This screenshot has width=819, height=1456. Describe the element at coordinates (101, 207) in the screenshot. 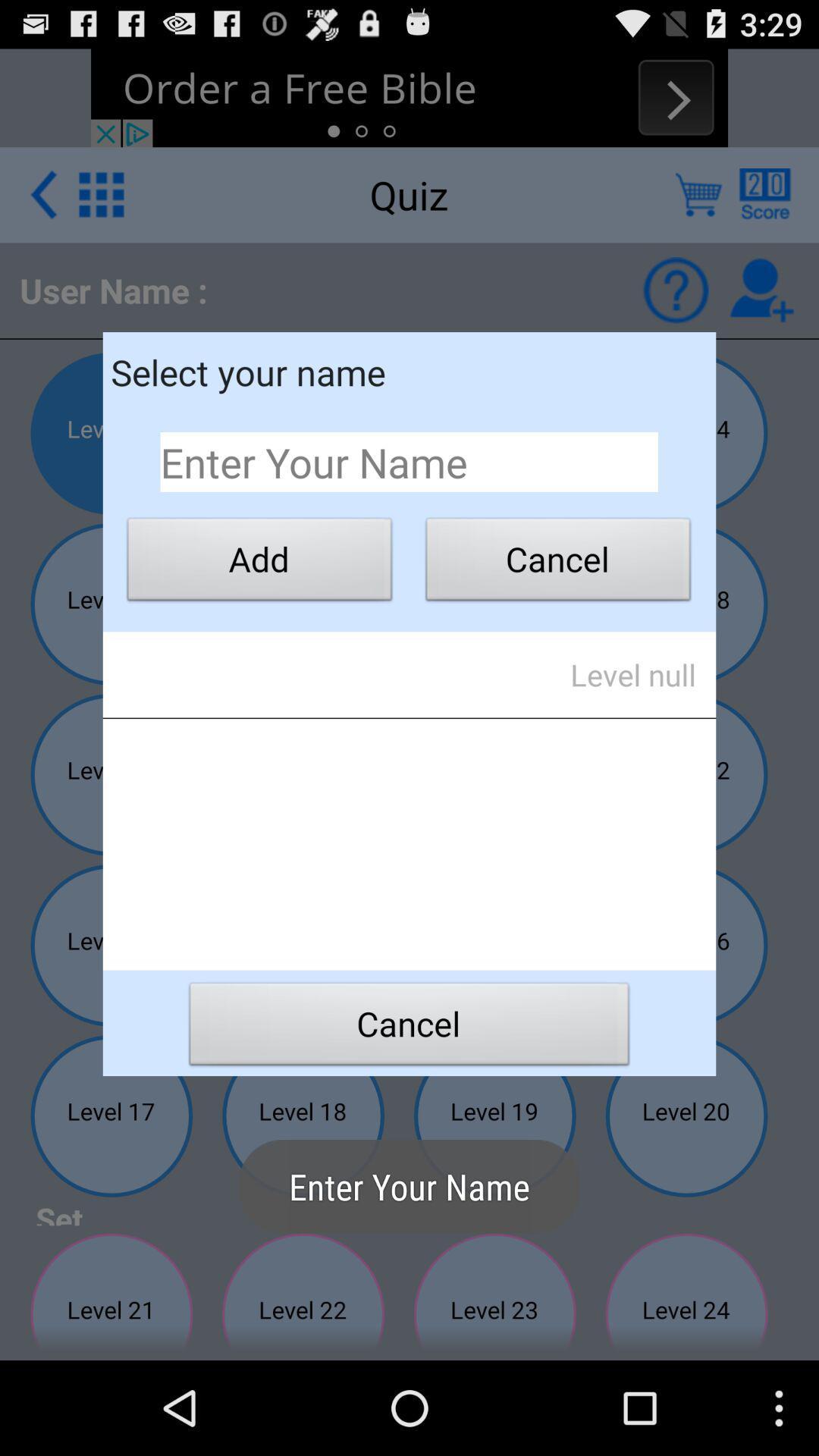

I see `the dialpad icon` at that location.